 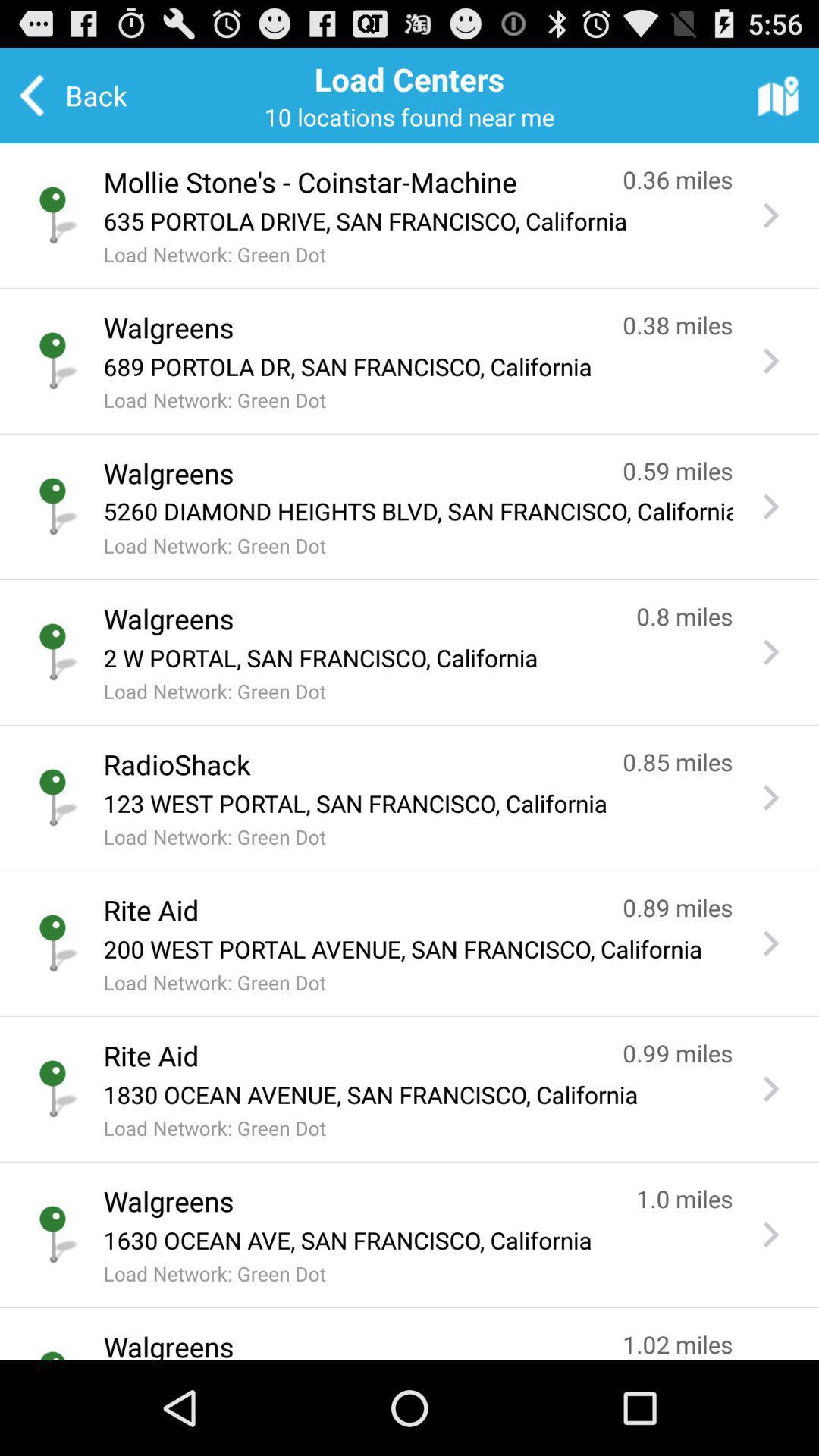 I want to click on radioshack icon, so click(x=348, y=764).